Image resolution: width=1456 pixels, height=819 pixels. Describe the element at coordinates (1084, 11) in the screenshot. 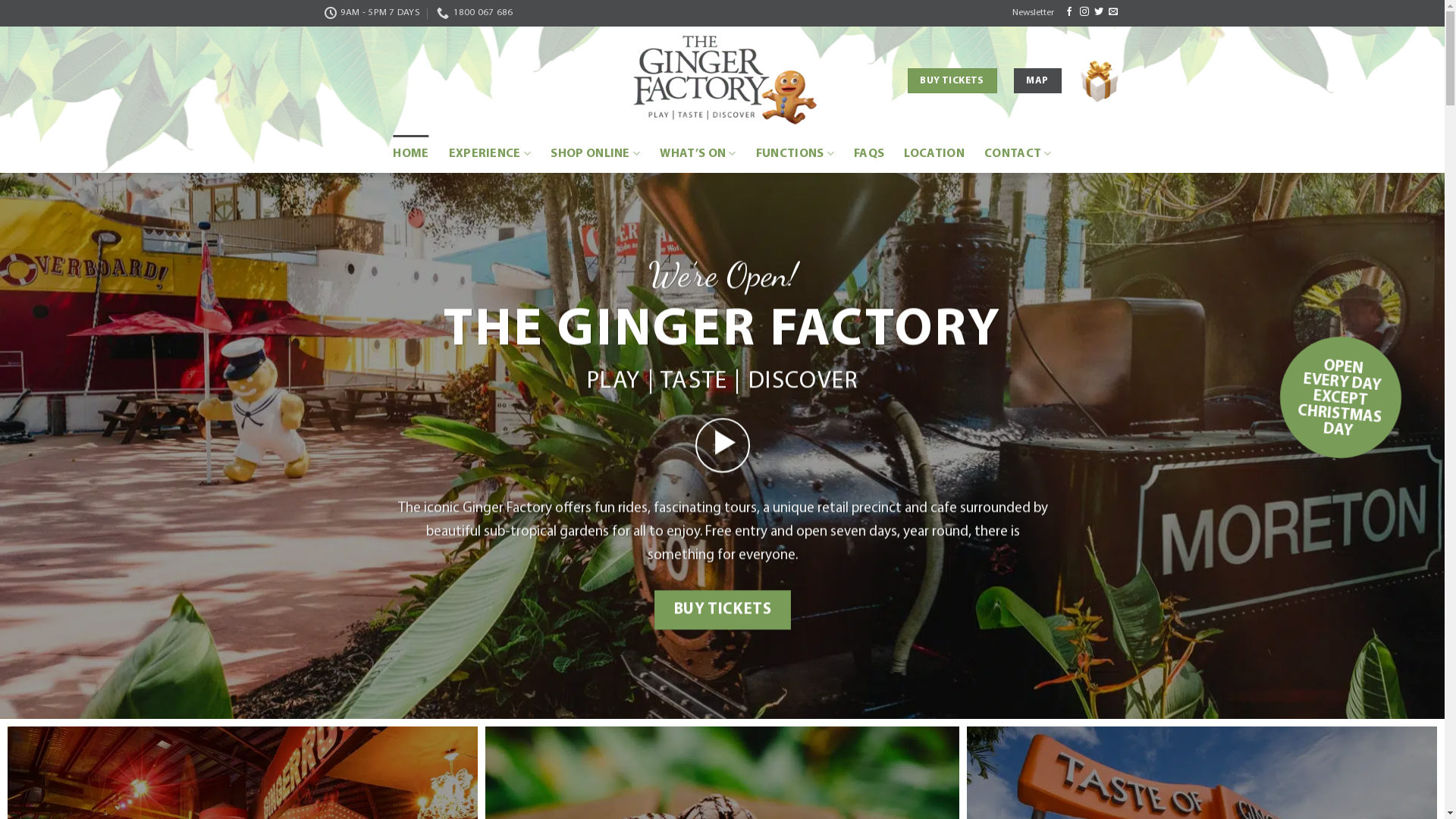

I see `'Follow on Instagram'` at that location.